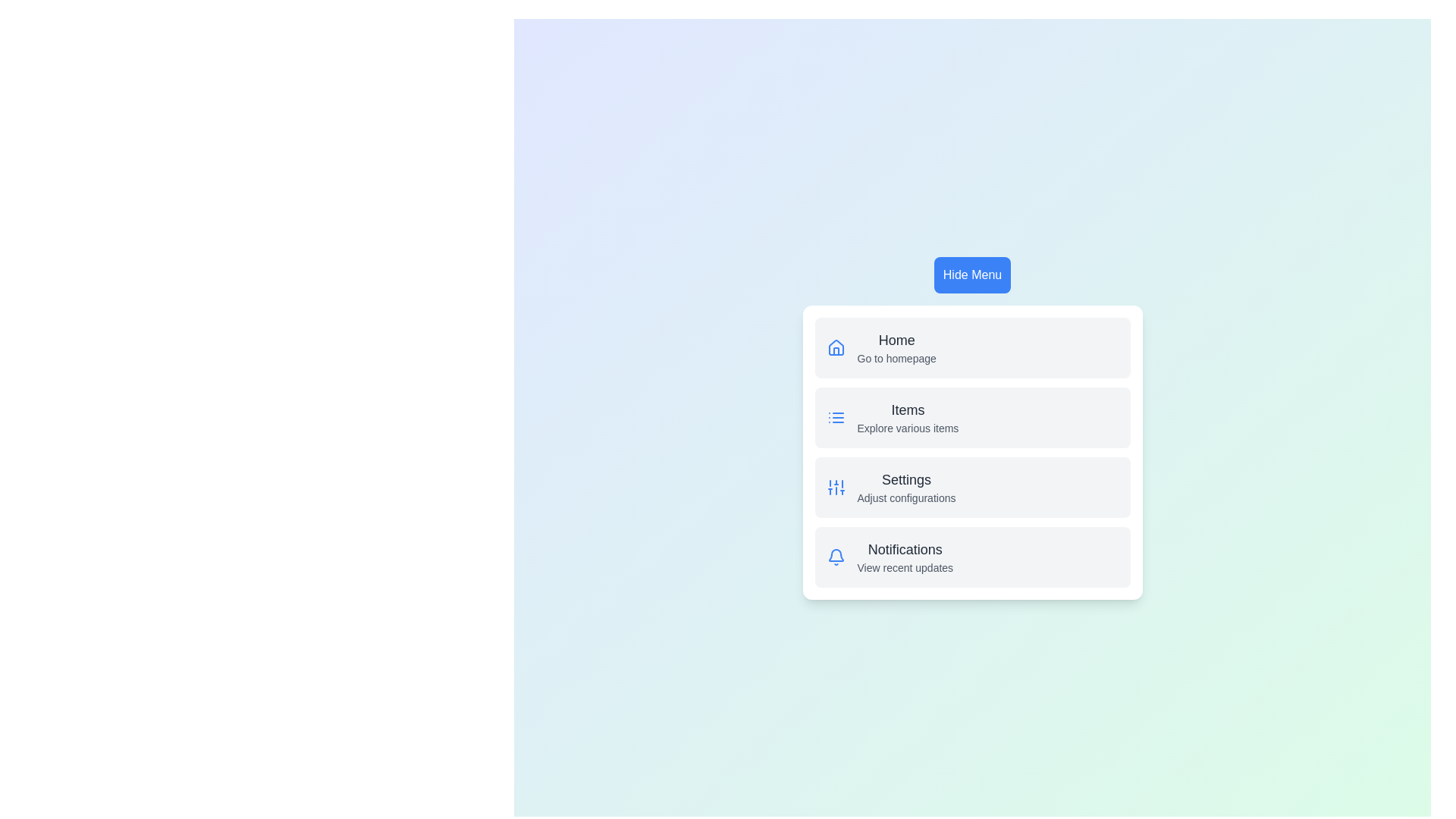 Image resolution: width=1456 pixels, height=819 pixels. I want to click on the menu item labeled Items to observe the hover state change, so click(972, 418).